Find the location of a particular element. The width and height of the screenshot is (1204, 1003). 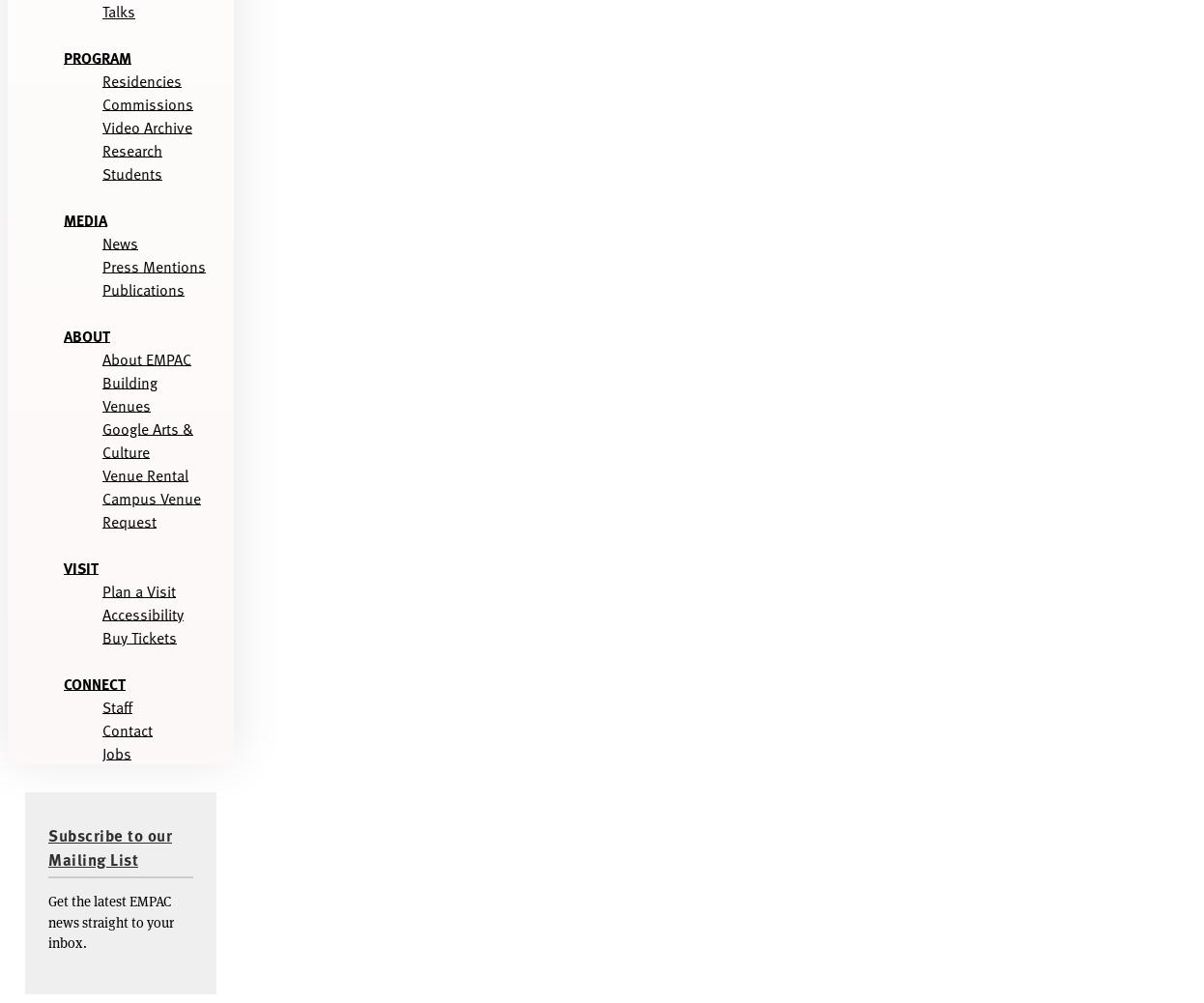

'Staff' is located at coordinates (116, 704).